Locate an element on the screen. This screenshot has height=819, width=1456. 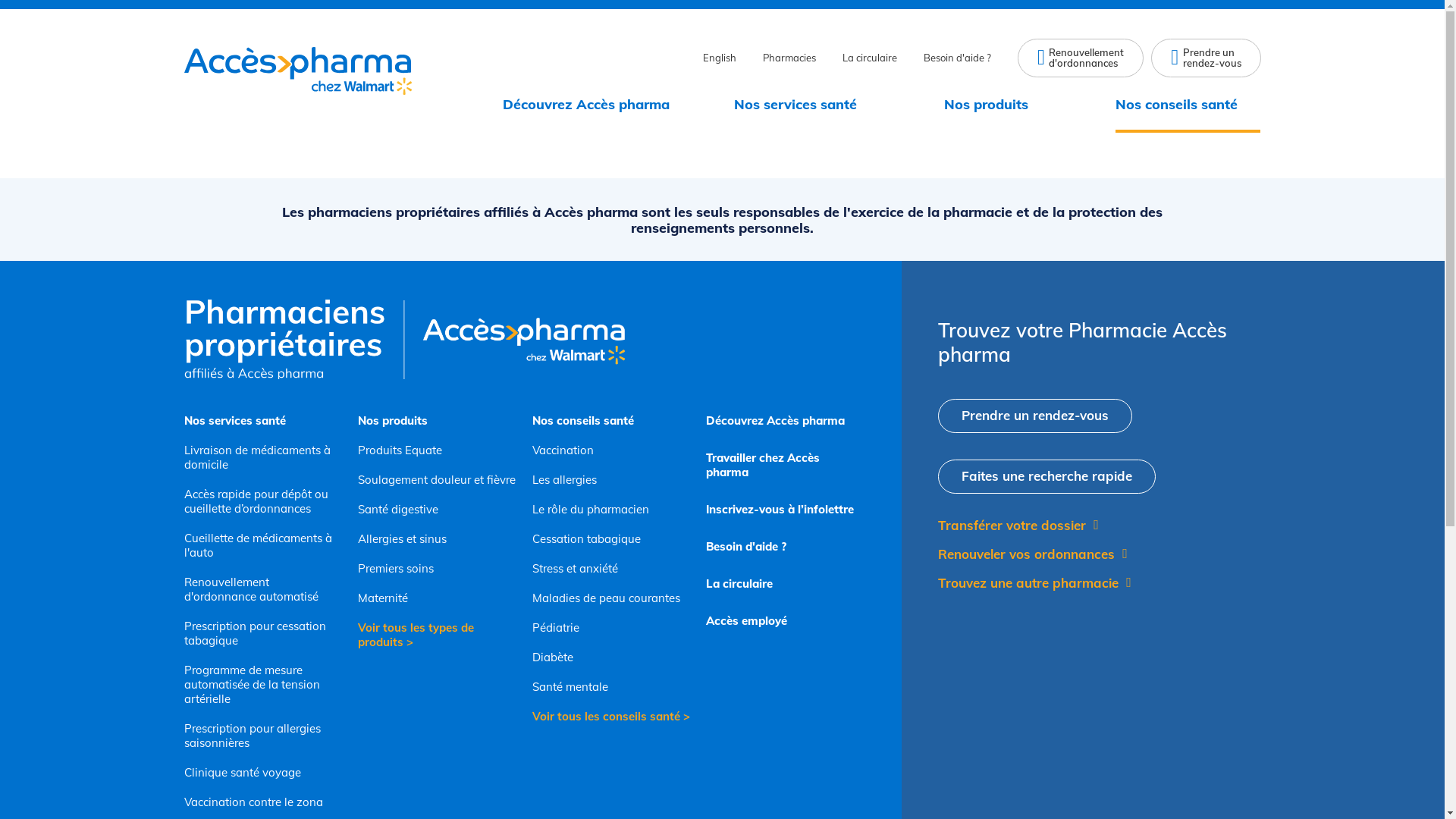
'La circulaire' is located at coordinates (870, 57).